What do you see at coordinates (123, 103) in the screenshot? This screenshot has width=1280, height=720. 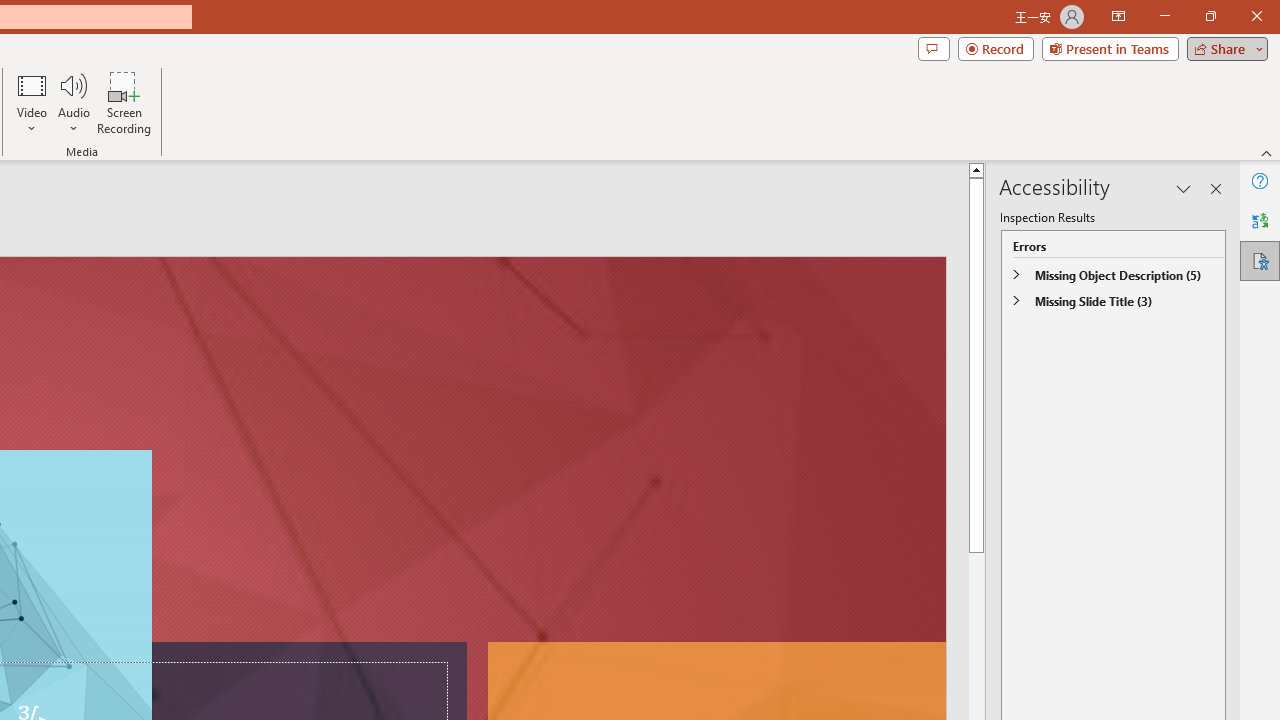 I see `'Screen Recording...'` at bounding box center [123, 103].